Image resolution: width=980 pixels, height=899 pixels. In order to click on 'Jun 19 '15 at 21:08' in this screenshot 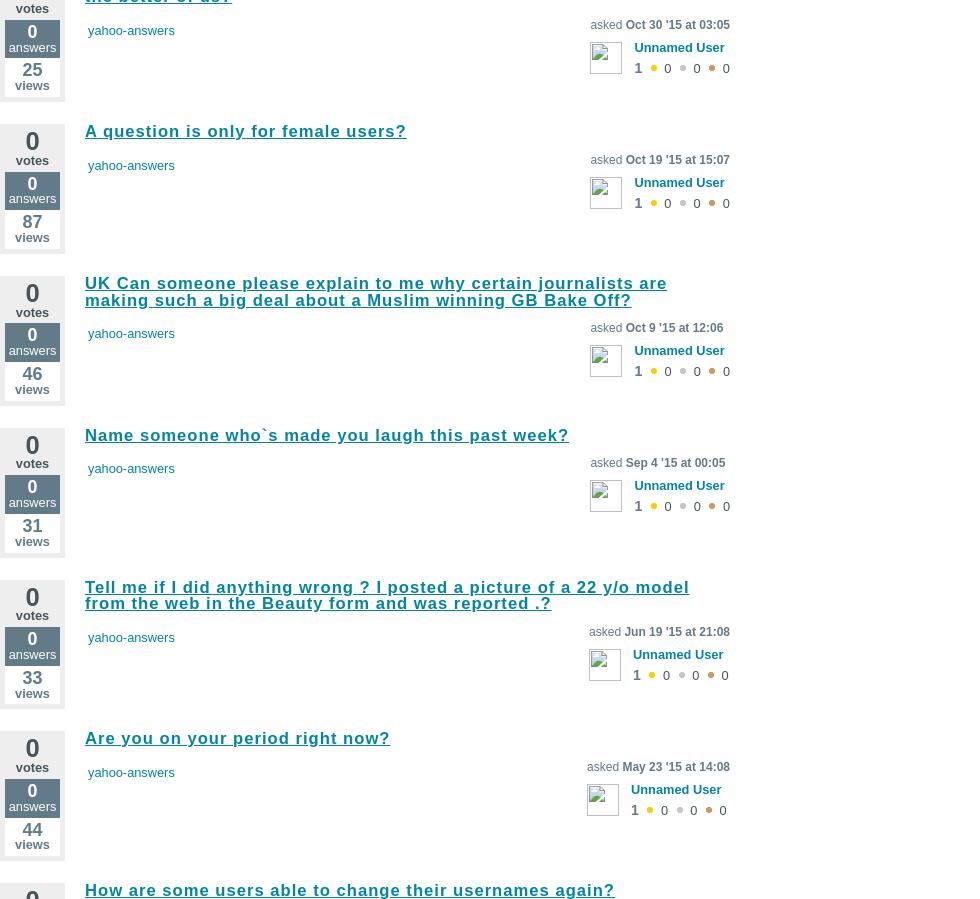, I will do `click(676, 630)`.